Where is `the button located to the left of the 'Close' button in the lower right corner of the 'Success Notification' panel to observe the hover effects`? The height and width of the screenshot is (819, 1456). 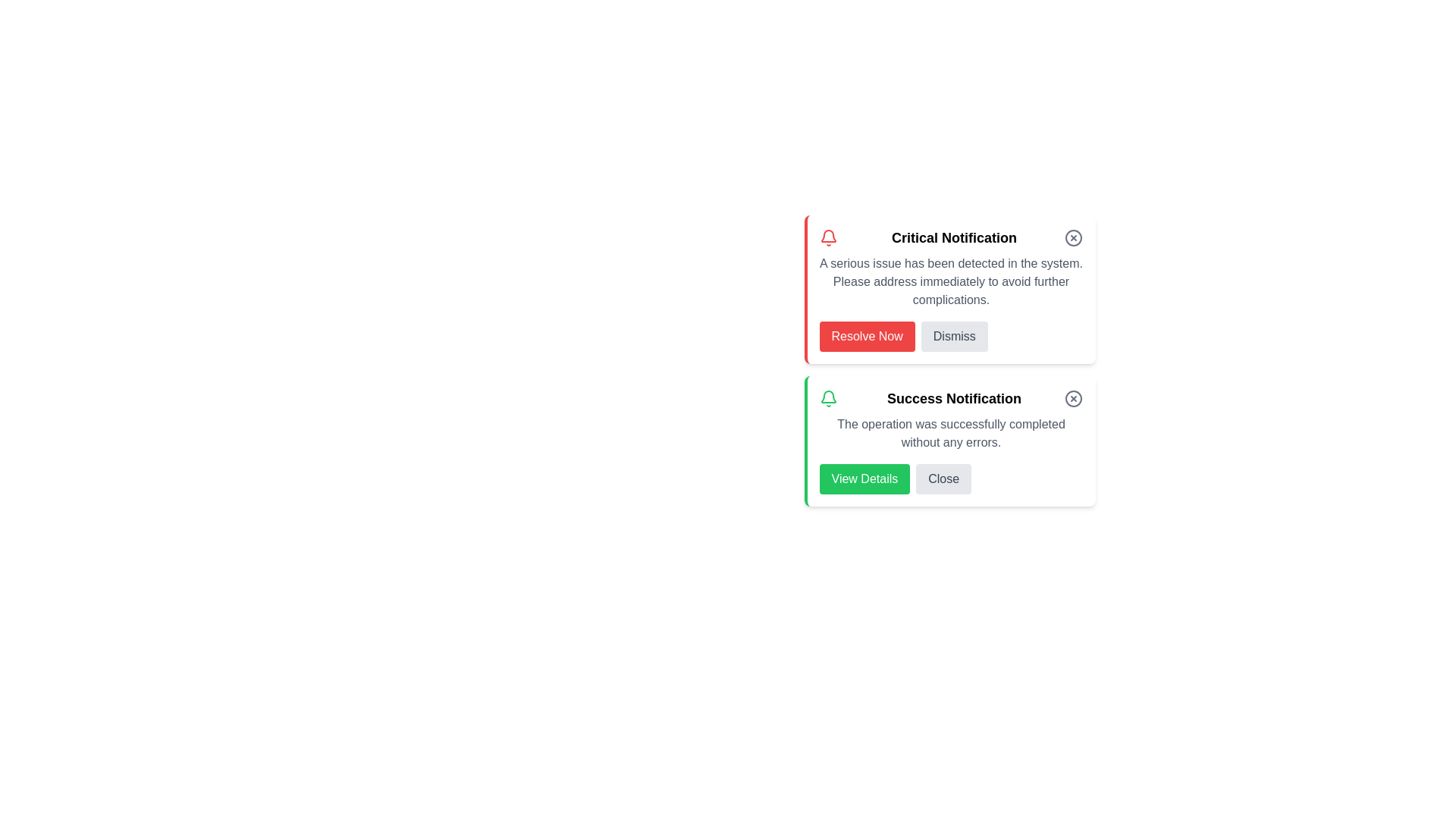
the button located to the left of the 'Close' button in the lower right corner of the 'Success Notification' panel to observe the hover effects is located at coordinates (864, 479).